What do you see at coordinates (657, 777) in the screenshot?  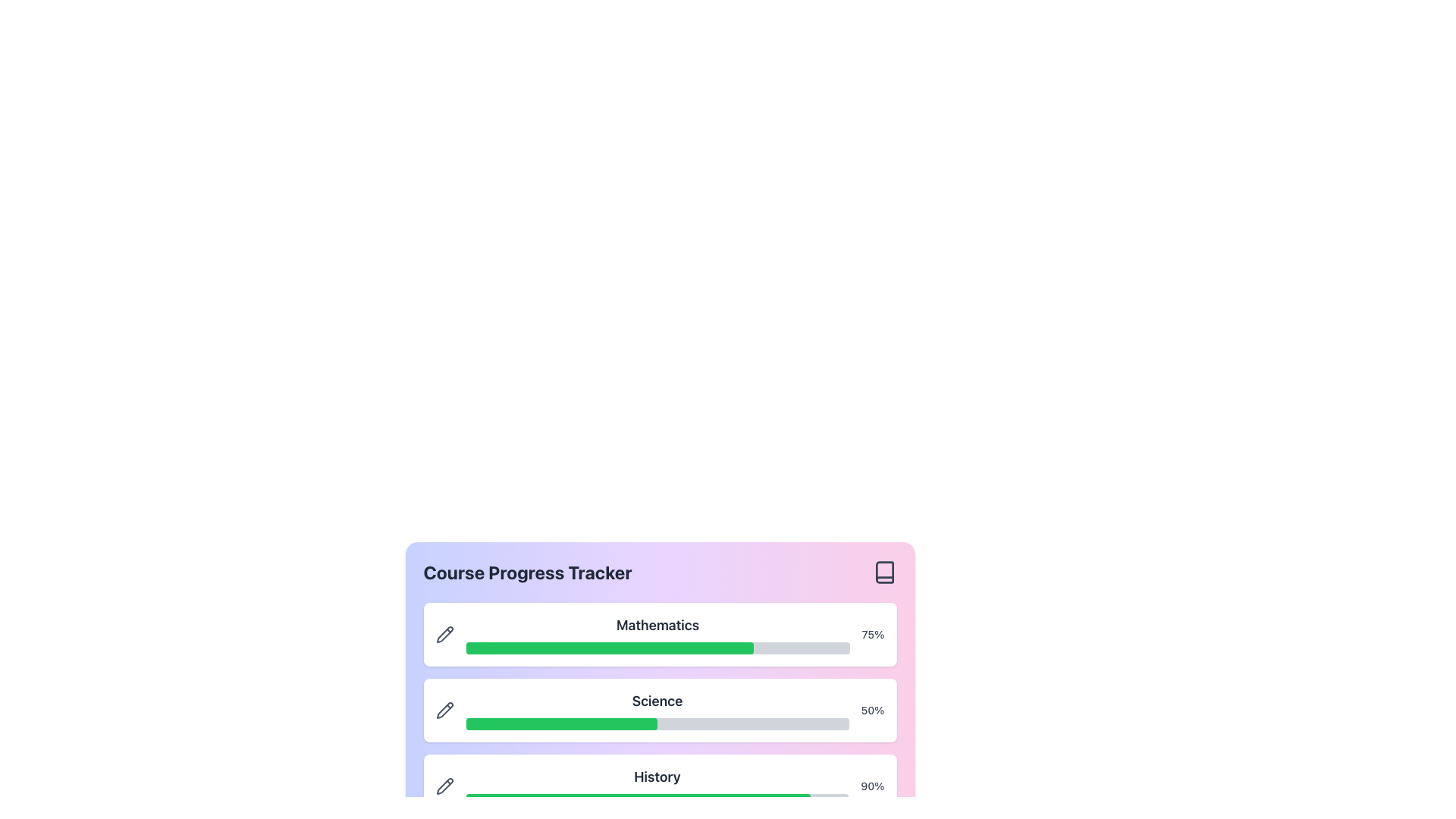 I see `'History' text label, which is positioned centrally above a green progress bar in the progress-tracking interface` at bounding box center [657, 777].